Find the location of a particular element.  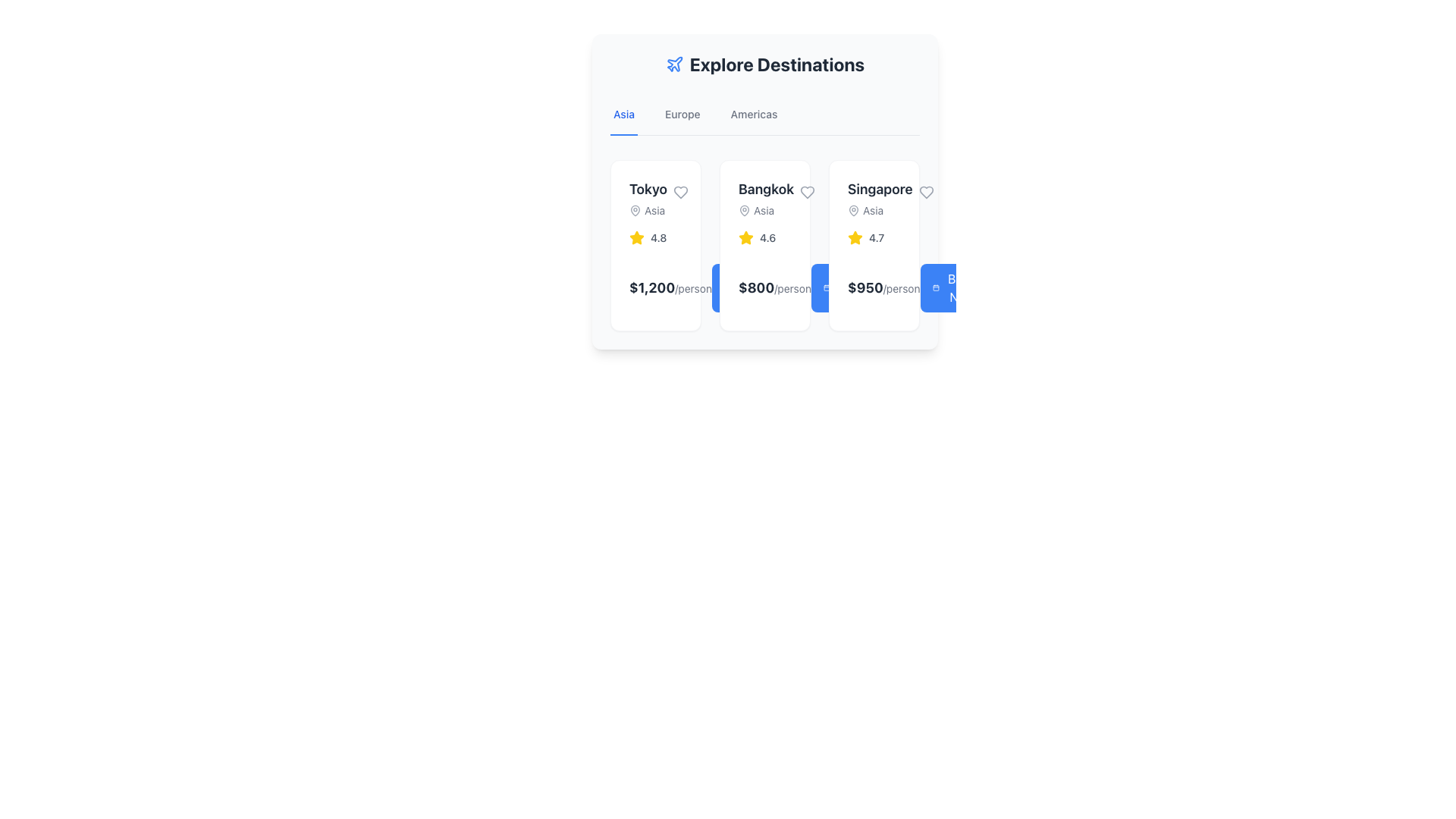

the star-shaped icon with a yellow fill and white stroke representing the rating in the middle card (Bangkok) under the 'Asia' tab in the 'Explore Destinations' section is located at coordinates (745, 237).